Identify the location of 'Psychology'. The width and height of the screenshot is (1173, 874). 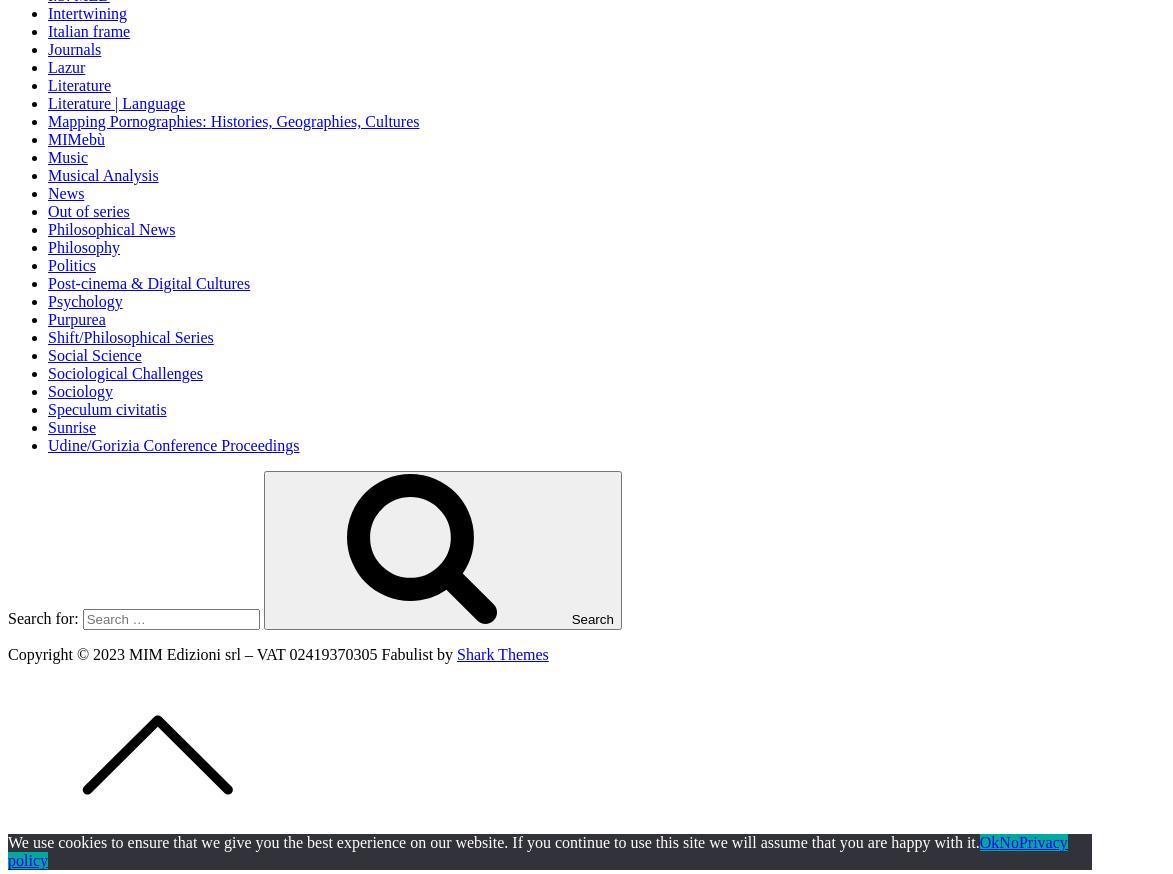
(85, 299).